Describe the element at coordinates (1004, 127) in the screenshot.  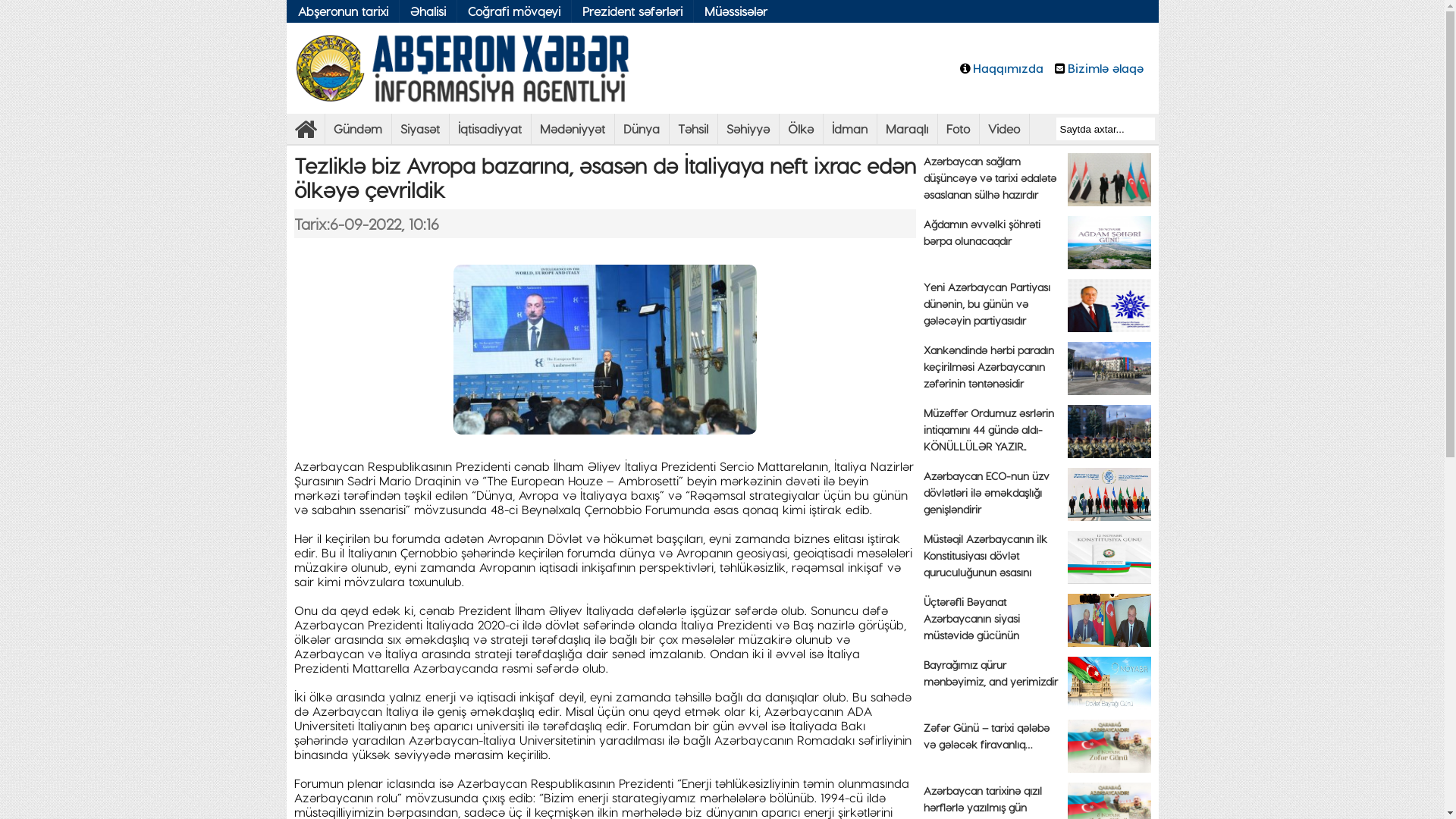
I see `'Video'` at that location.